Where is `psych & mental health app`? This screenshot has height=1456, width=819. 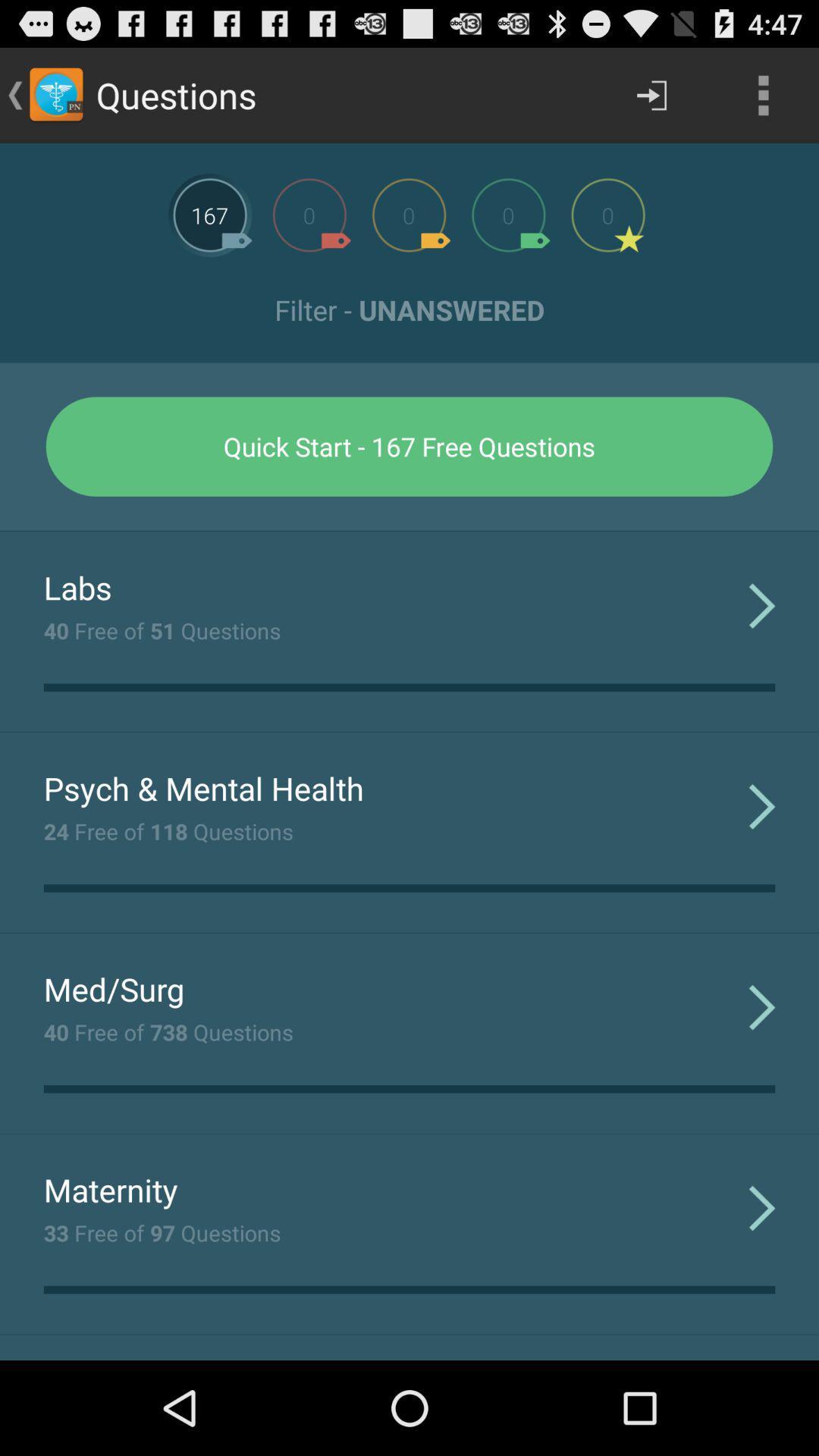 psych & mental health app is located at coordinates (202, 788).